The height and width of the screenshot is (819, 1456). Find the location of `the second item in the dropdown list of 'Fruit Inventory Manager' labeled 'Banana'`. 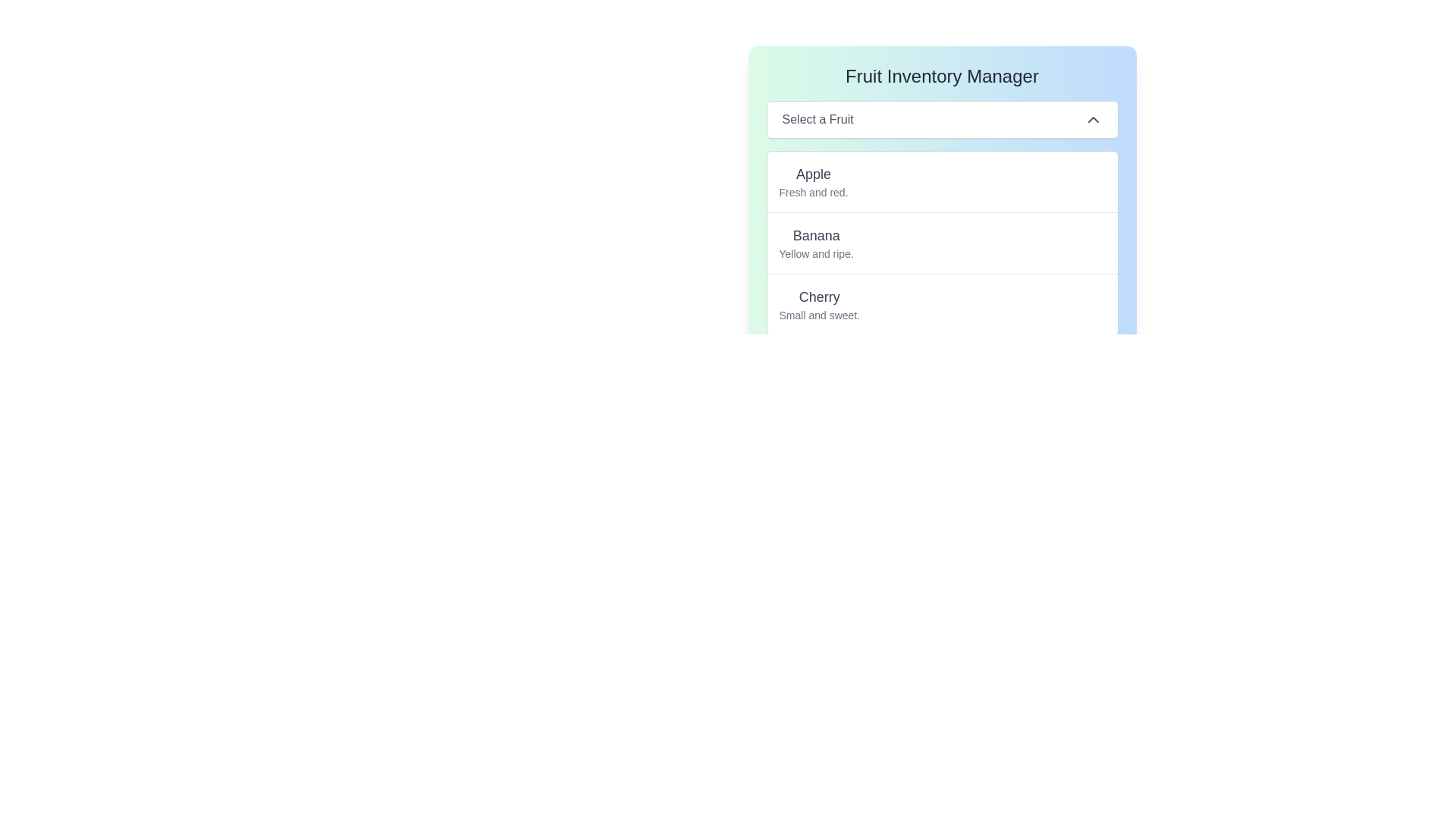

the second item in the dropdown list of 'Fruit Inventory Manager' labeled 'Banana' is located at coordinates (941, 242).